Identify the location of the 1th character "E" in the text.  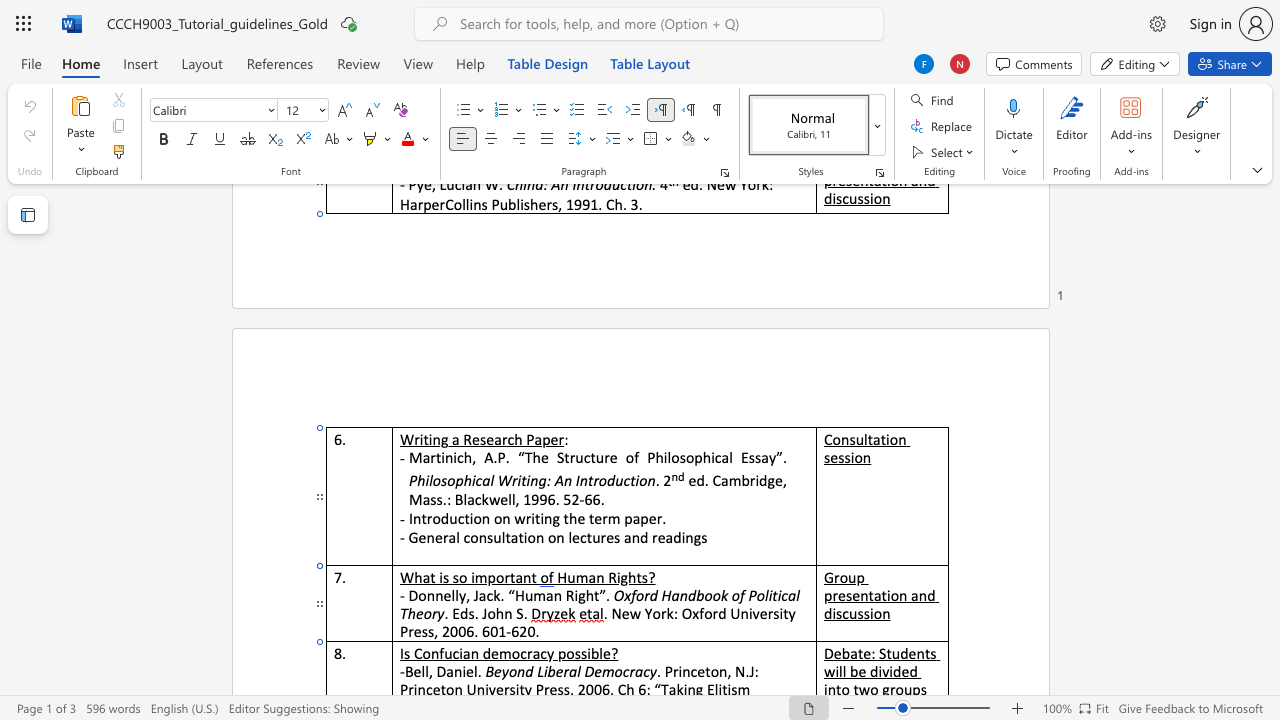
(455, 612).